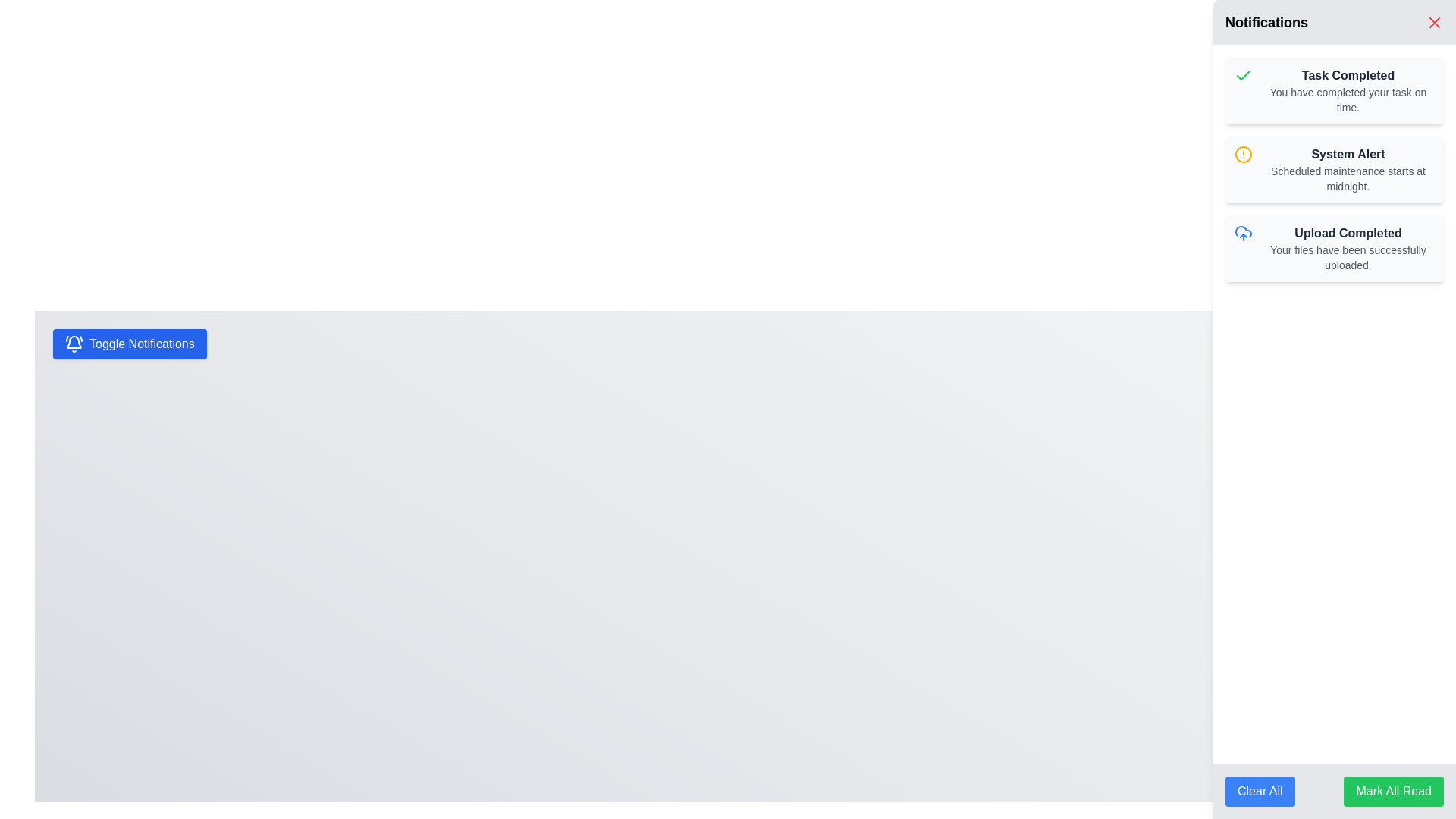  What do you see at coordinates (73, 342) in the screenshot?
I see `the bell icon that symbolizes notifications, located to the left of the 'Toggle Notifications' text in the blue button at the top-left corner` at bounding box center [73, 342].